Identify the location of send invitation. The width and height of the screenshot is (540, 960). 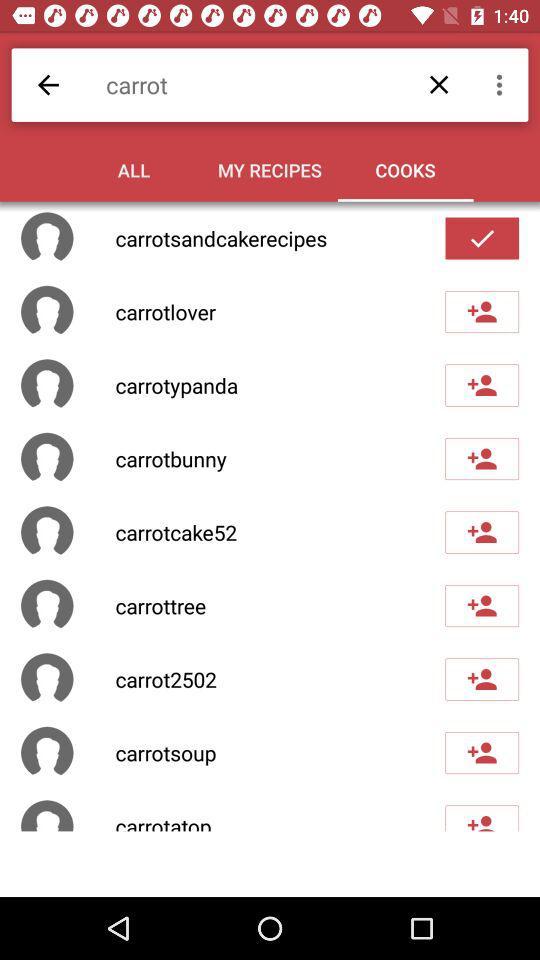
(481, 679).